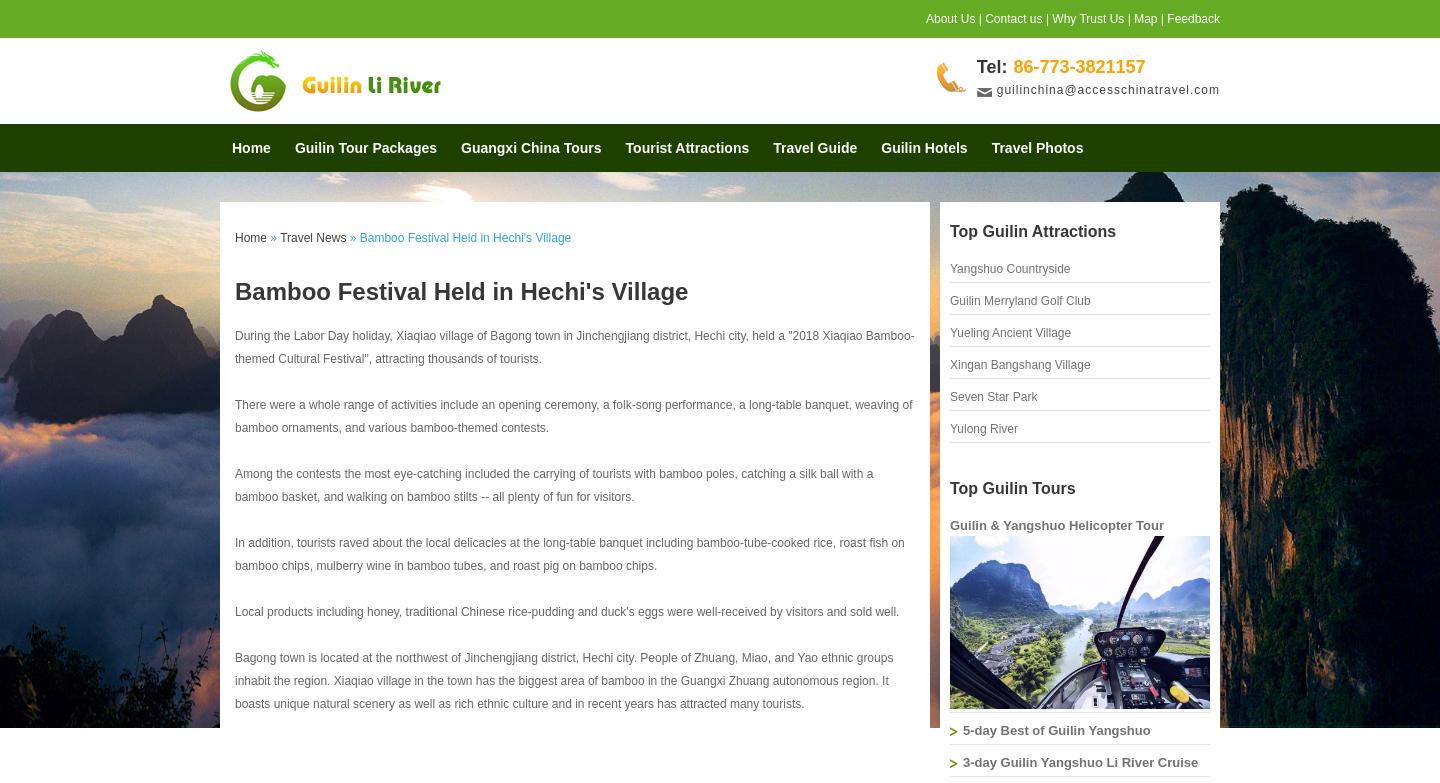 This screenshot has width=1440, height=783. What do you see at coordinates (924, 147) in the screenshot?
I see `'Guilin Hotels'` at bounding box center [924, 147].